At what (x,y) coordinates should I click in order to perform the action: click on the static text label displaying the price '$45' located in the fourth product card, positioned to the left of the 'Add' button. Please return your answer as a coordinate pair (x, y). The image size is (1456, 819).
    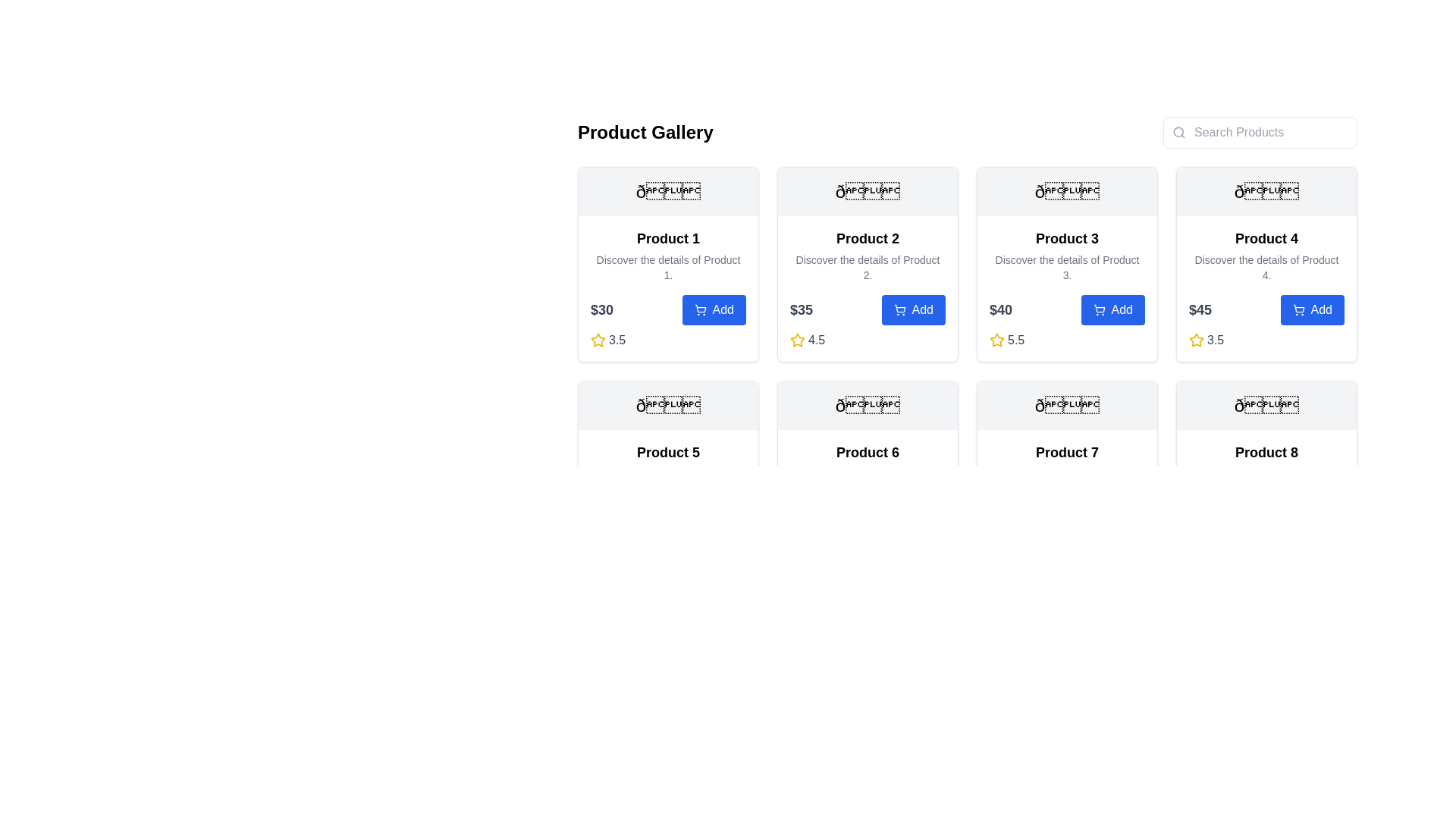
    Looking at the image, I should click on (1200, 309).